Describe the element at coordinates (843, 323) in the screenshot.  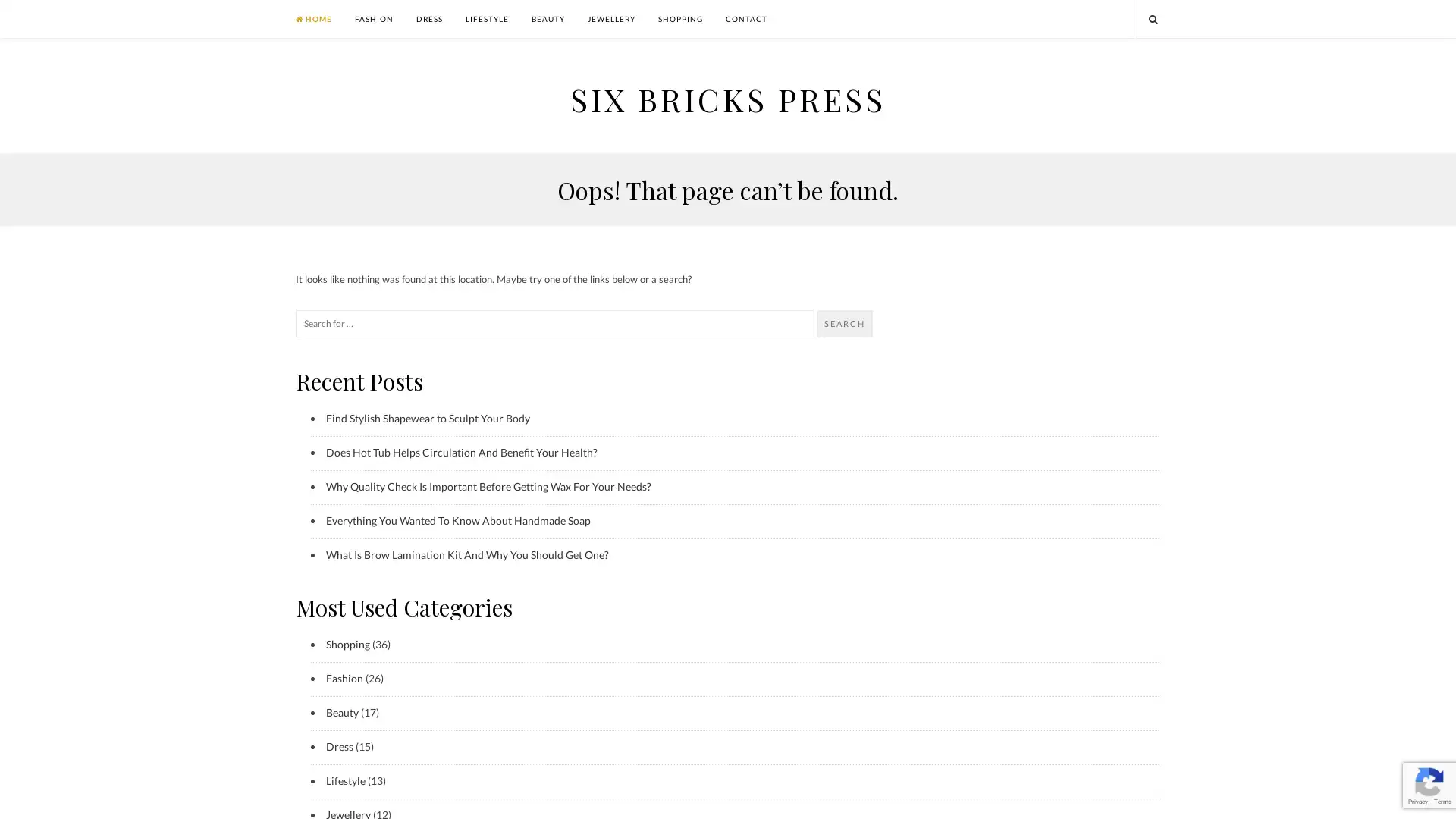
I see `SEARCH` at that location.